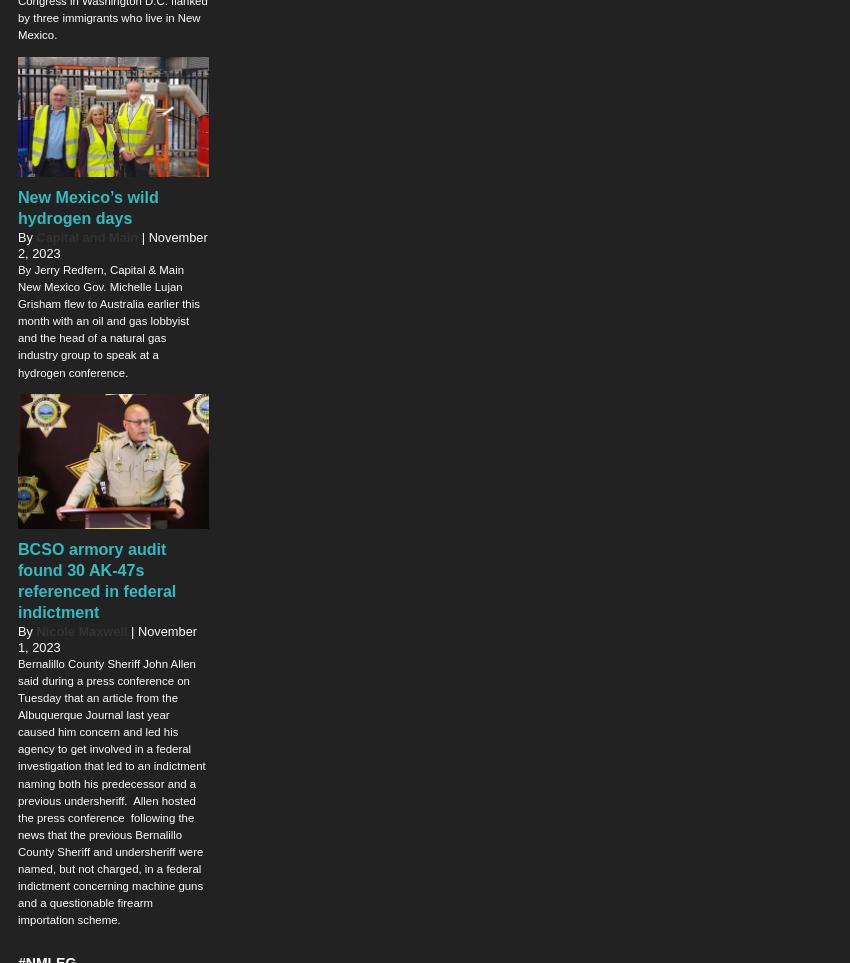 Image resolution: width=850 pixels, height=963 pixels. Describe the element at coordinates (86, 205) in the screenshot. I see `'New Mexico’s wild hydrogen days'` at that location.